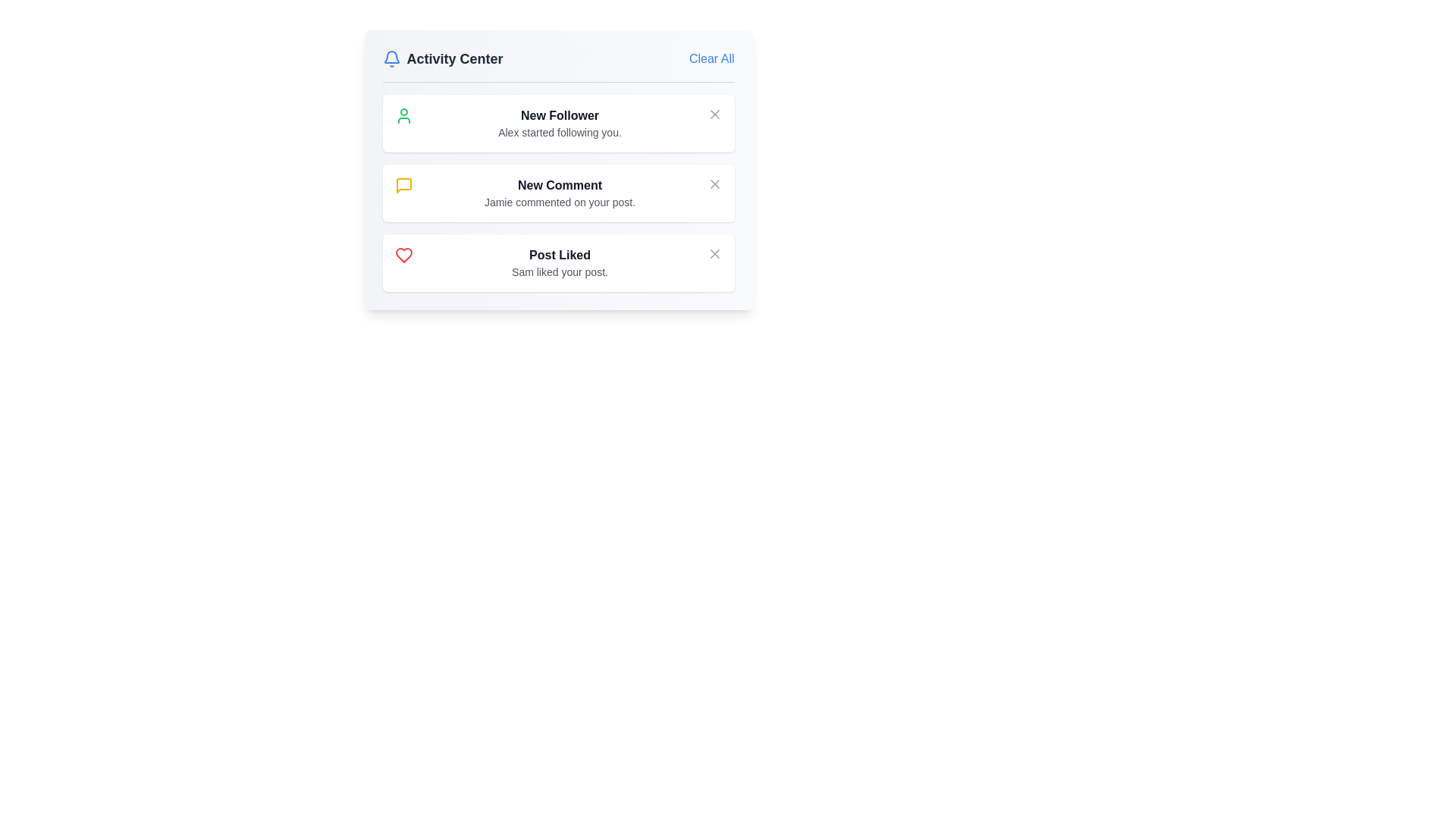 Image resolution: width=1456 pixels, height=819 pixels. I want to click on the small interactive 'X' button on the far right of the 'Post Liked' notification card in the 'Activity Center' interface, so click(714, 253).